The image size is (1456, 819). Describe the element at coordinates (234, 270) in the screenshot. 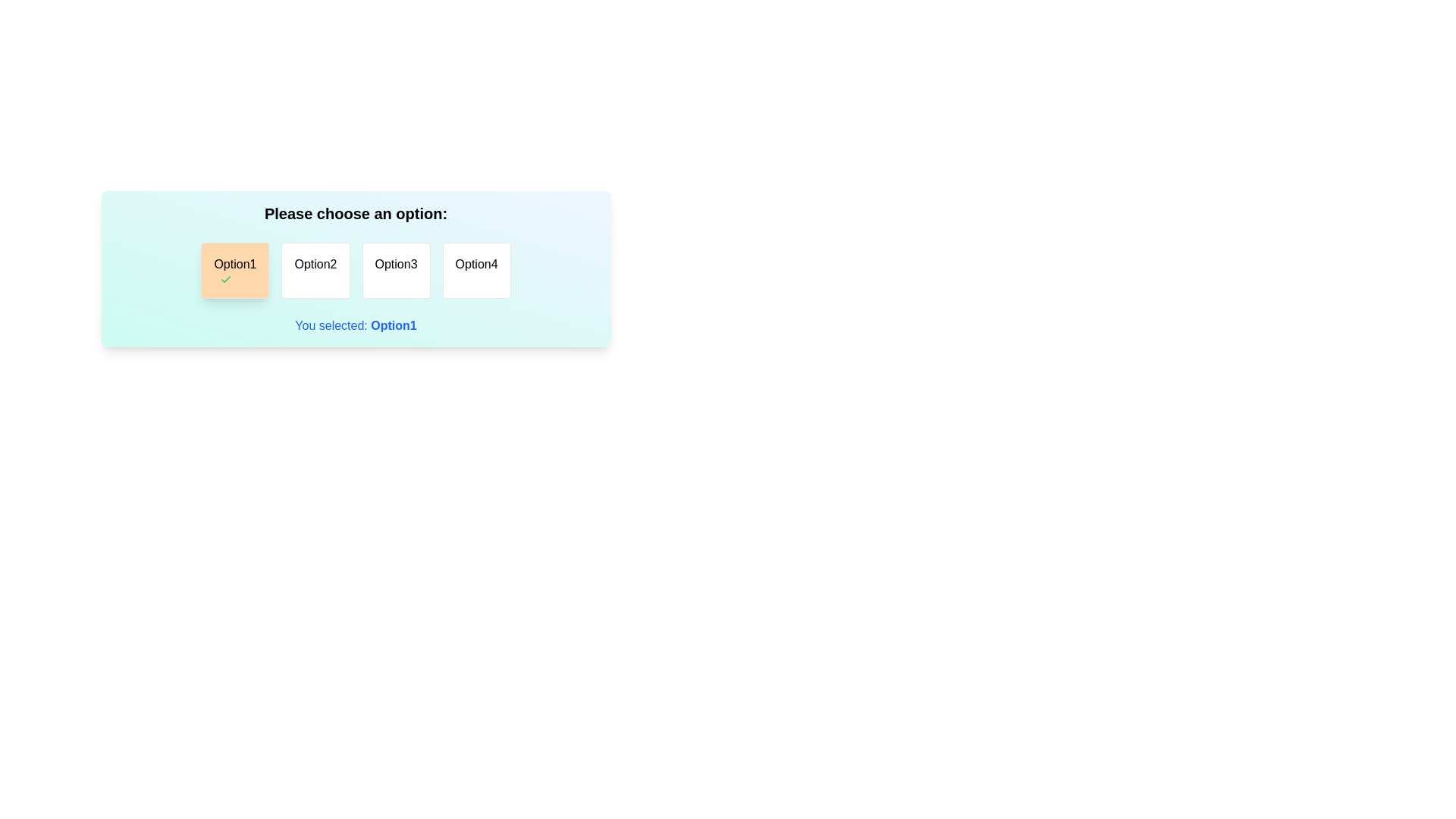

I see `the leftmost selectable tile with an orange background and the text 'Option1'` at that location.